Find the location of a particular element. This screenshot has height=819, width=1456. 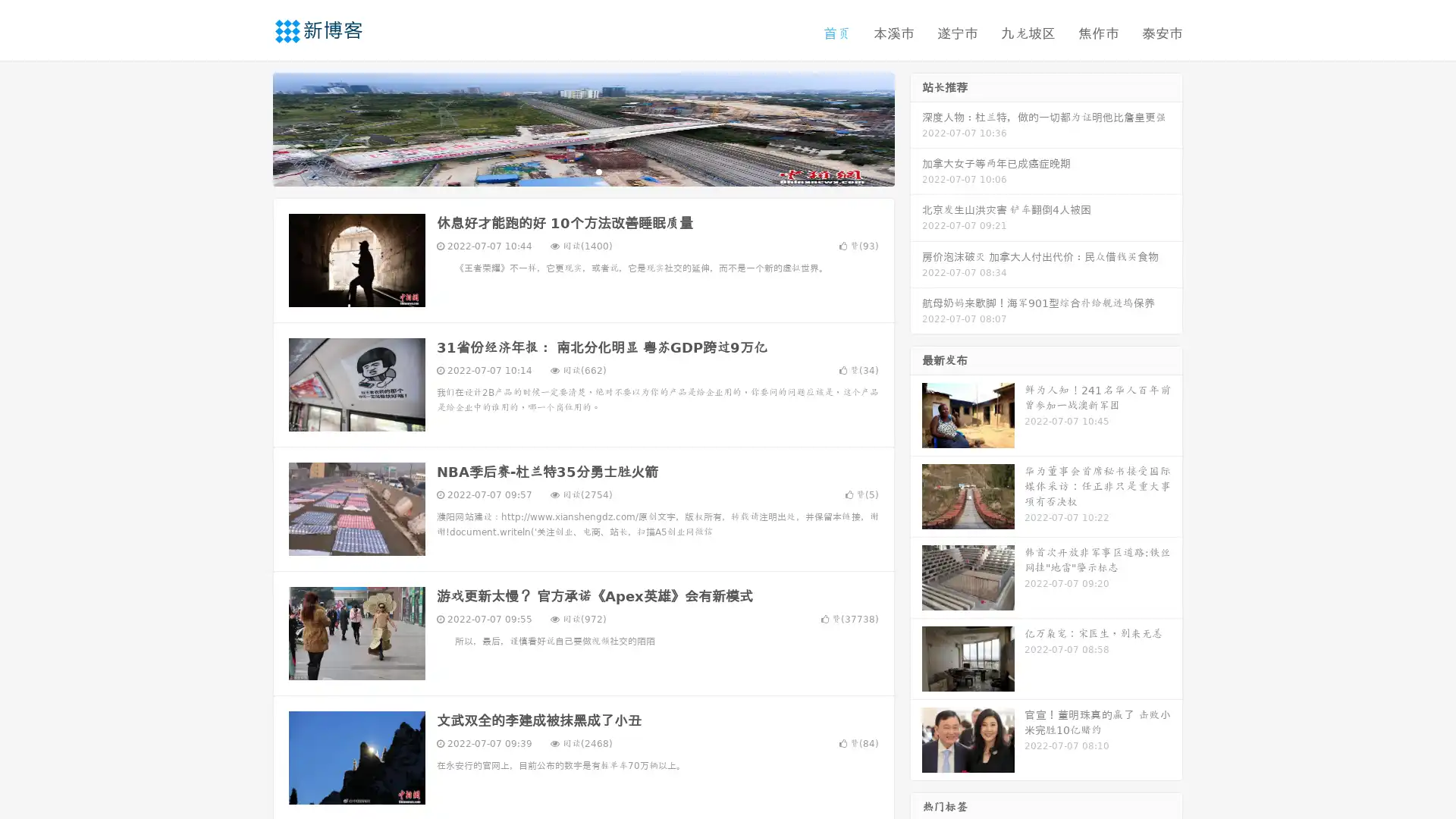

Go to slide 3 is located at coordinates (598, 171).